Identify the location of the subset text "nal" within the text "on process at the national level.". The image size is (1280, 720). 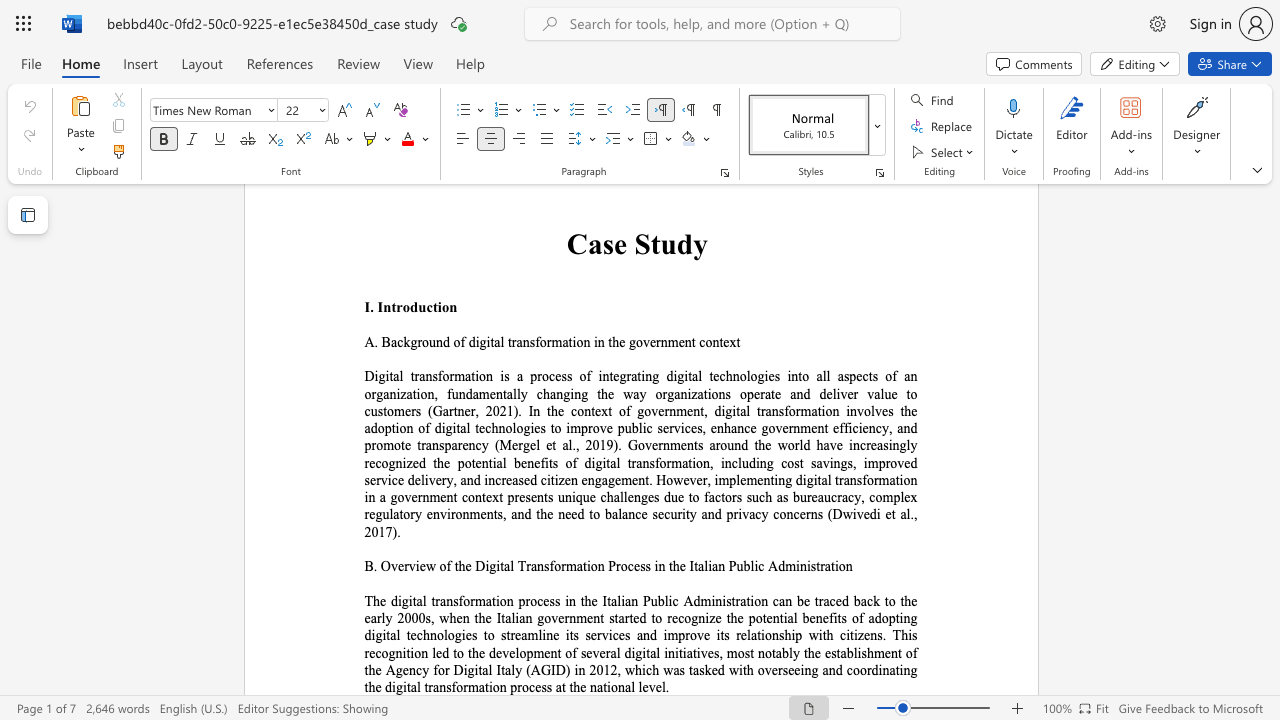
(616, 686).